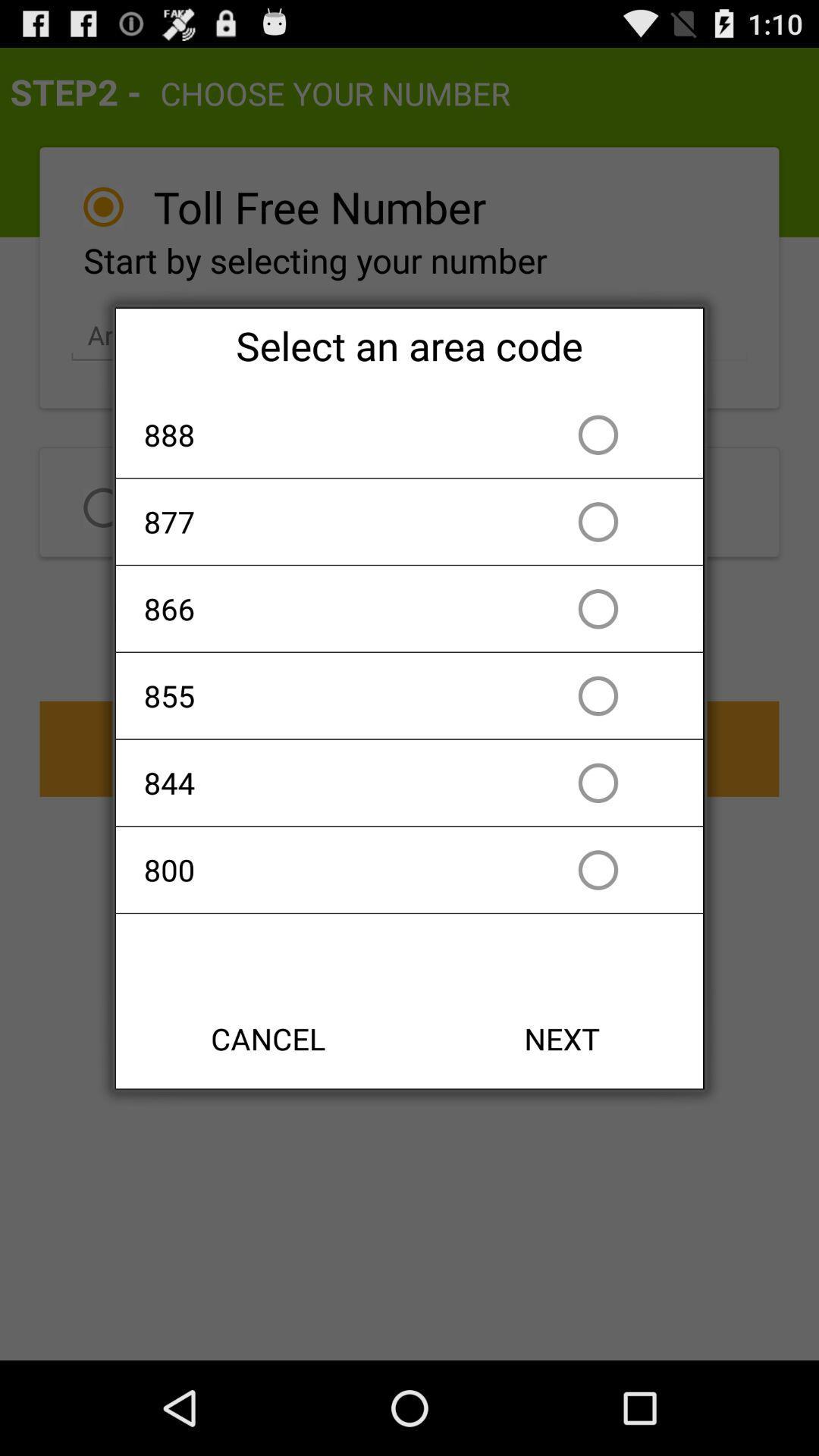  I want to click on cancel item, so click(268, 1037).